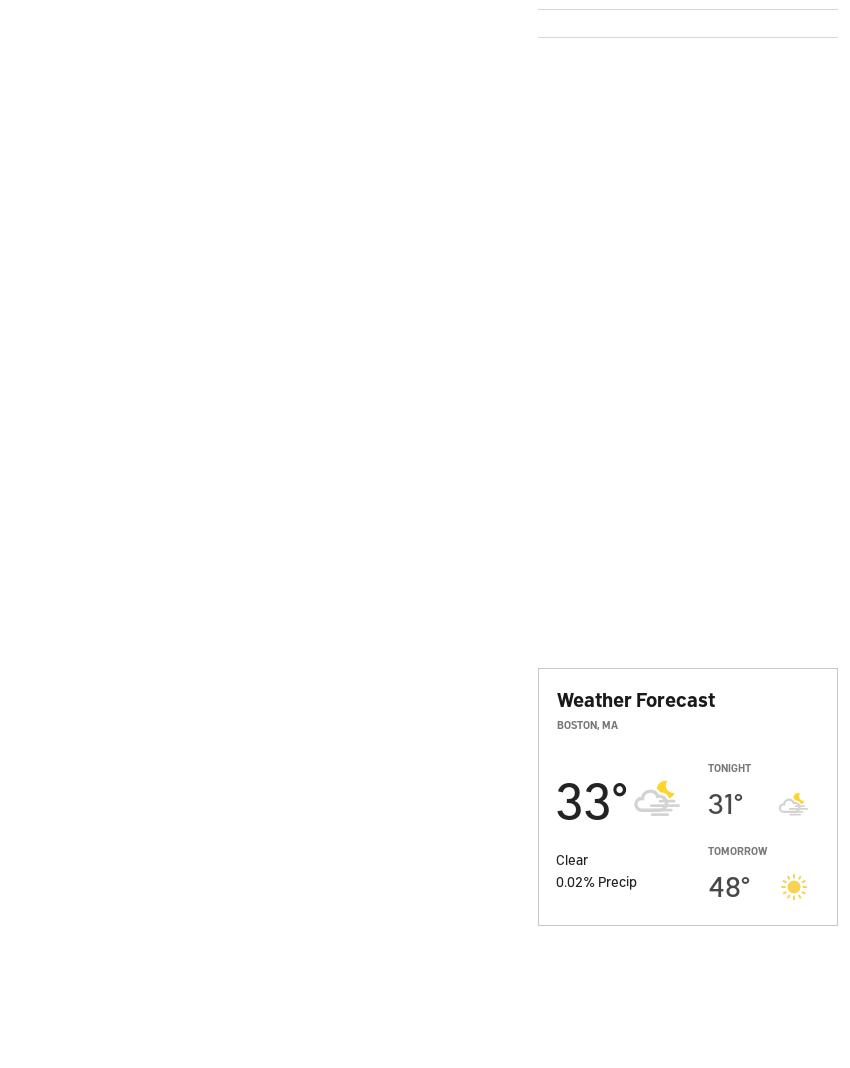 This screenshot has height=1068, width=850. I want to click on '31', so click(706, 801).